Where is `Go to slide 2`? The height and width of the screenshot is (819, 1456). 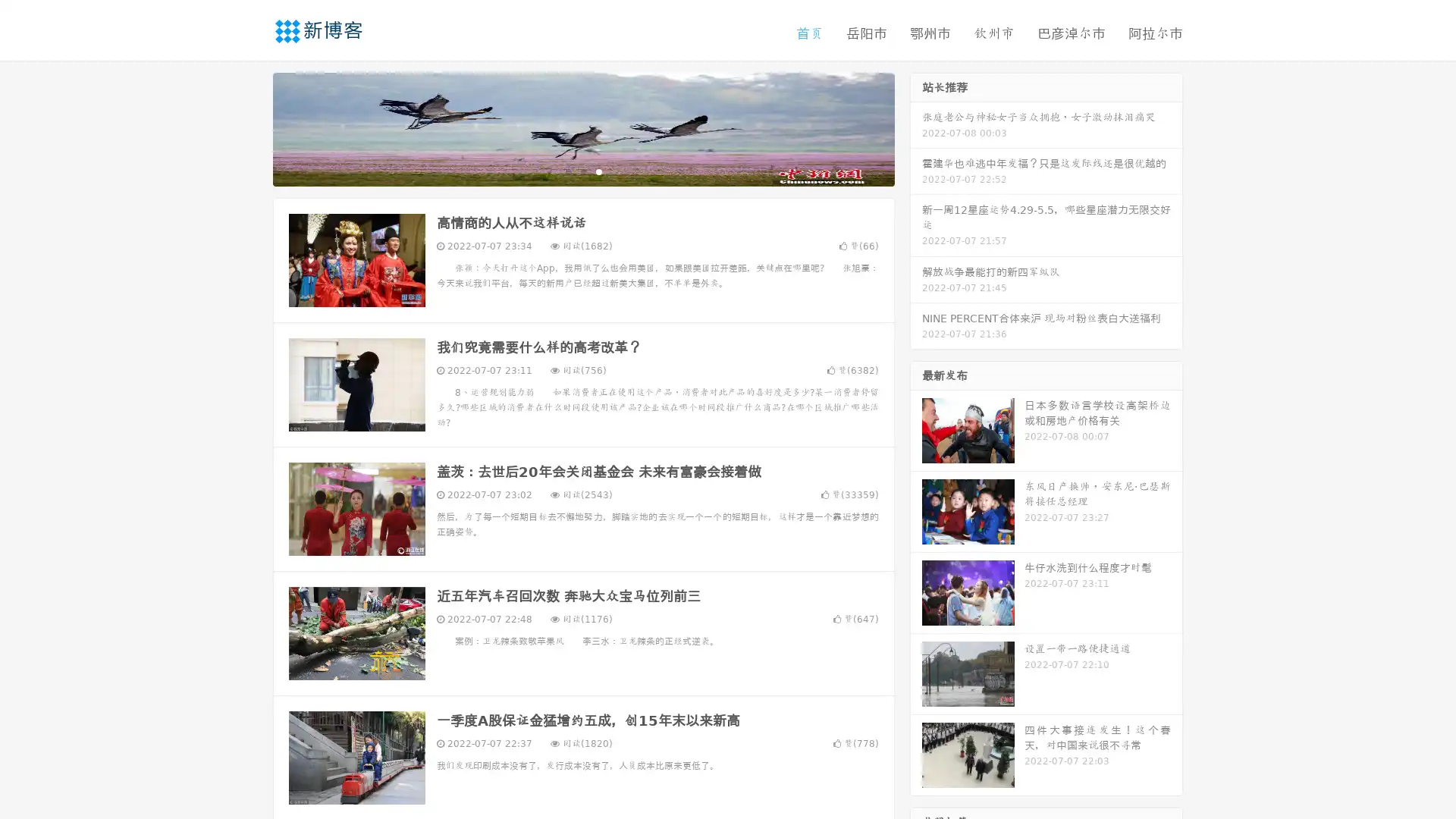
Go to slide 2 is located at coordinates (582, 171).